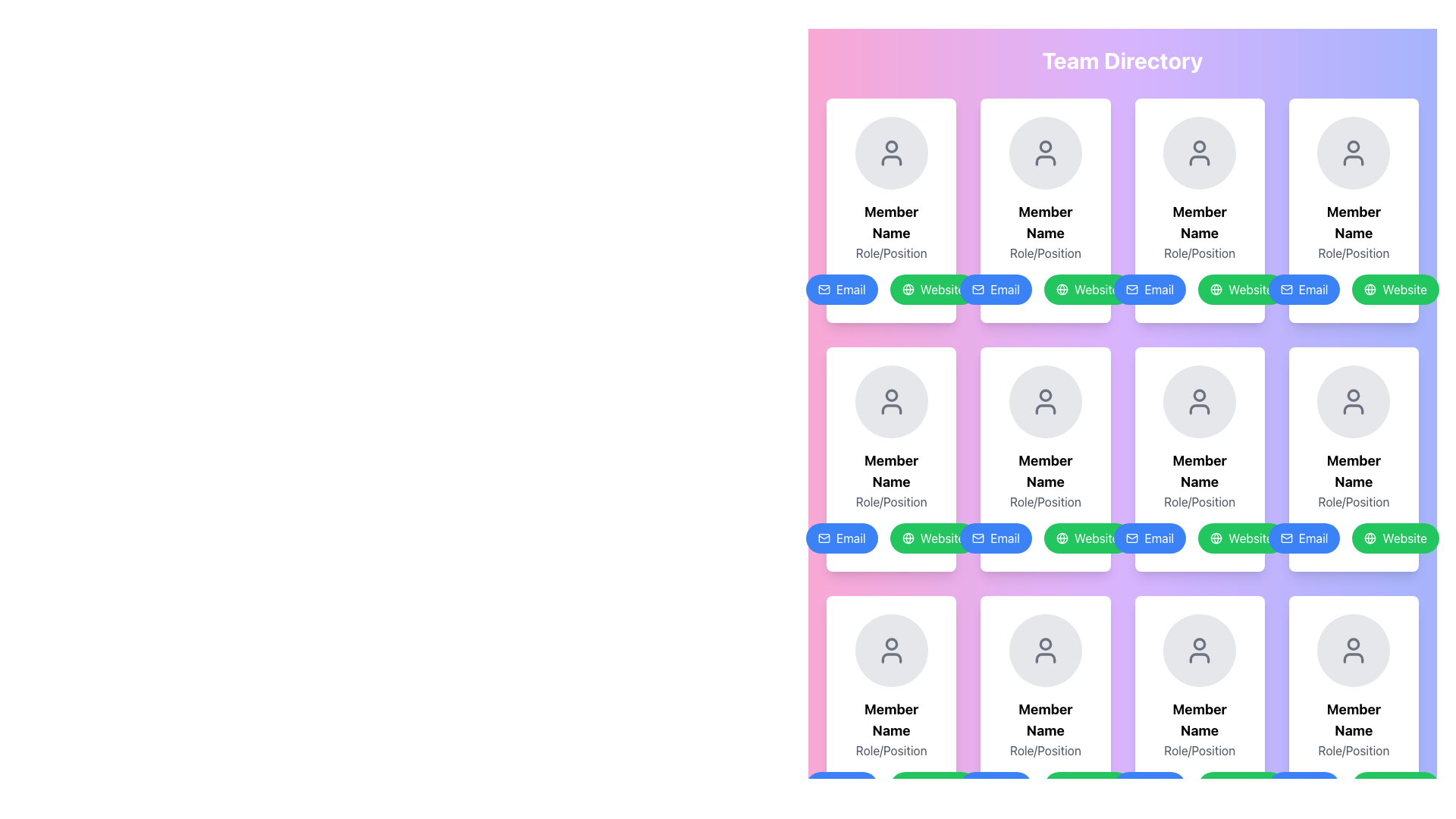  What do you see at coordinates (1044, 649) in the screenshot?
I see `the circular profile placeholder with a gray background and user icon located in the middle section of the profile card in the last row, third column of the team directory grid layout` at bounding box center [1044, 649].